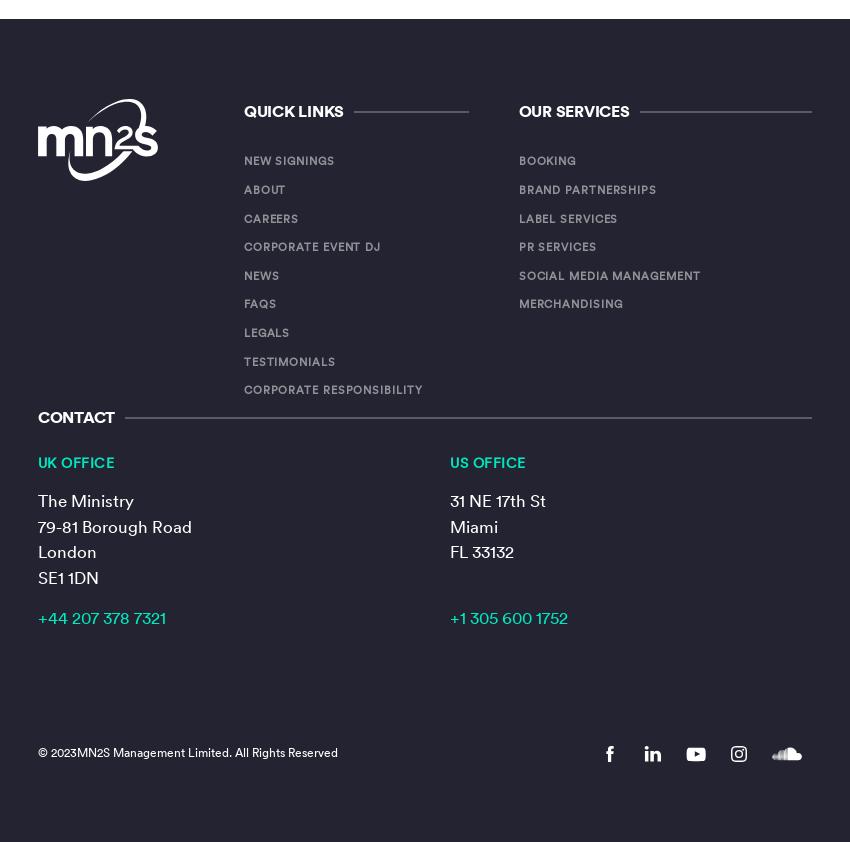 Image resolution: width=850 pixels, height=842 pixels. Describe the element at coordinates (288, 360) in the screenshot. I see `'Testimonials'` at that location.